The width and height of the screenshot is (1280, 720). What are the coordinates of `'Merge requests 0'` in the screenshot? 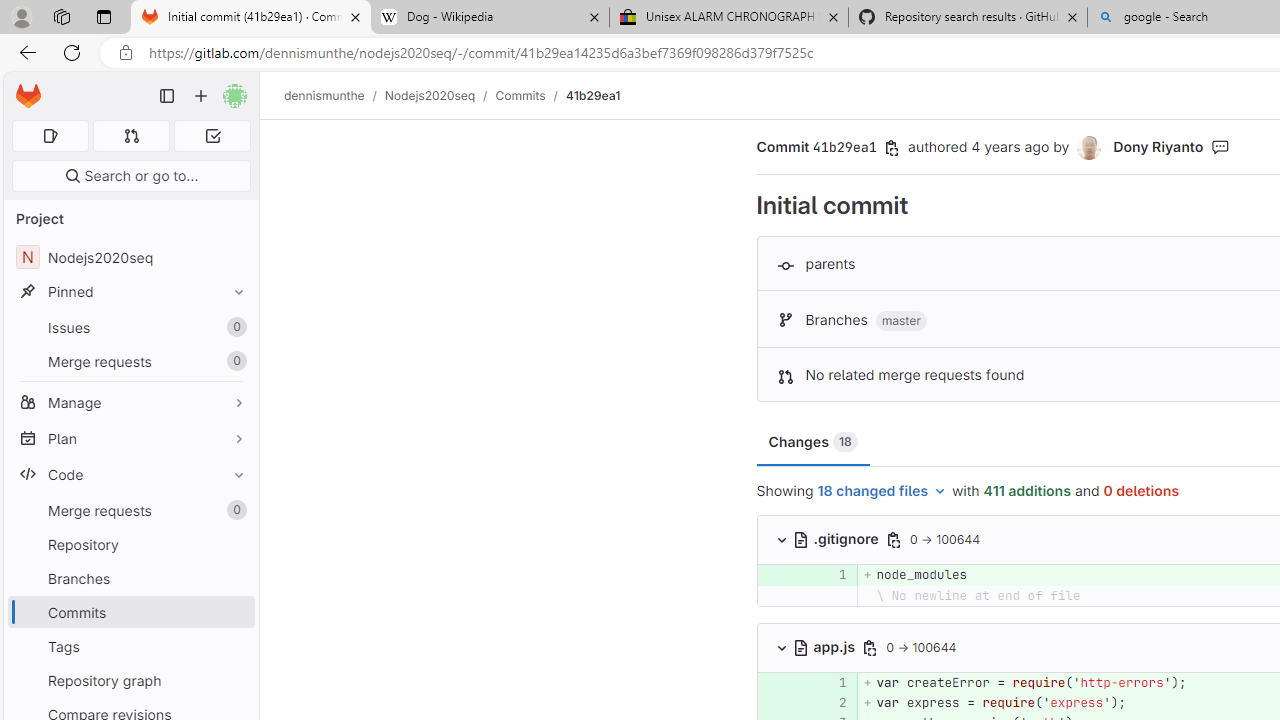 It's located at (130, 509).